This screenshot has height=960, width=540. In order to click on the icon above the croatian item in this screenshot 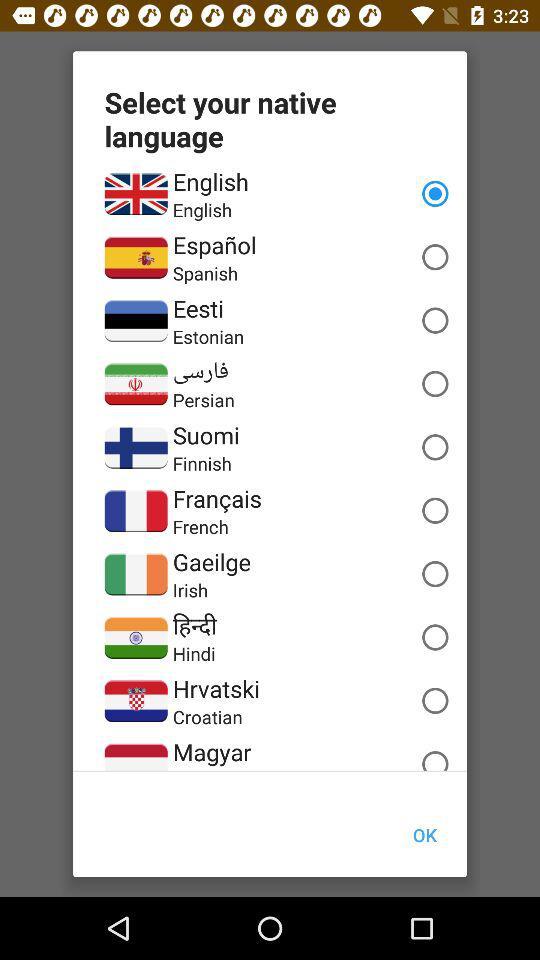, I will do `click(215, 688)`.